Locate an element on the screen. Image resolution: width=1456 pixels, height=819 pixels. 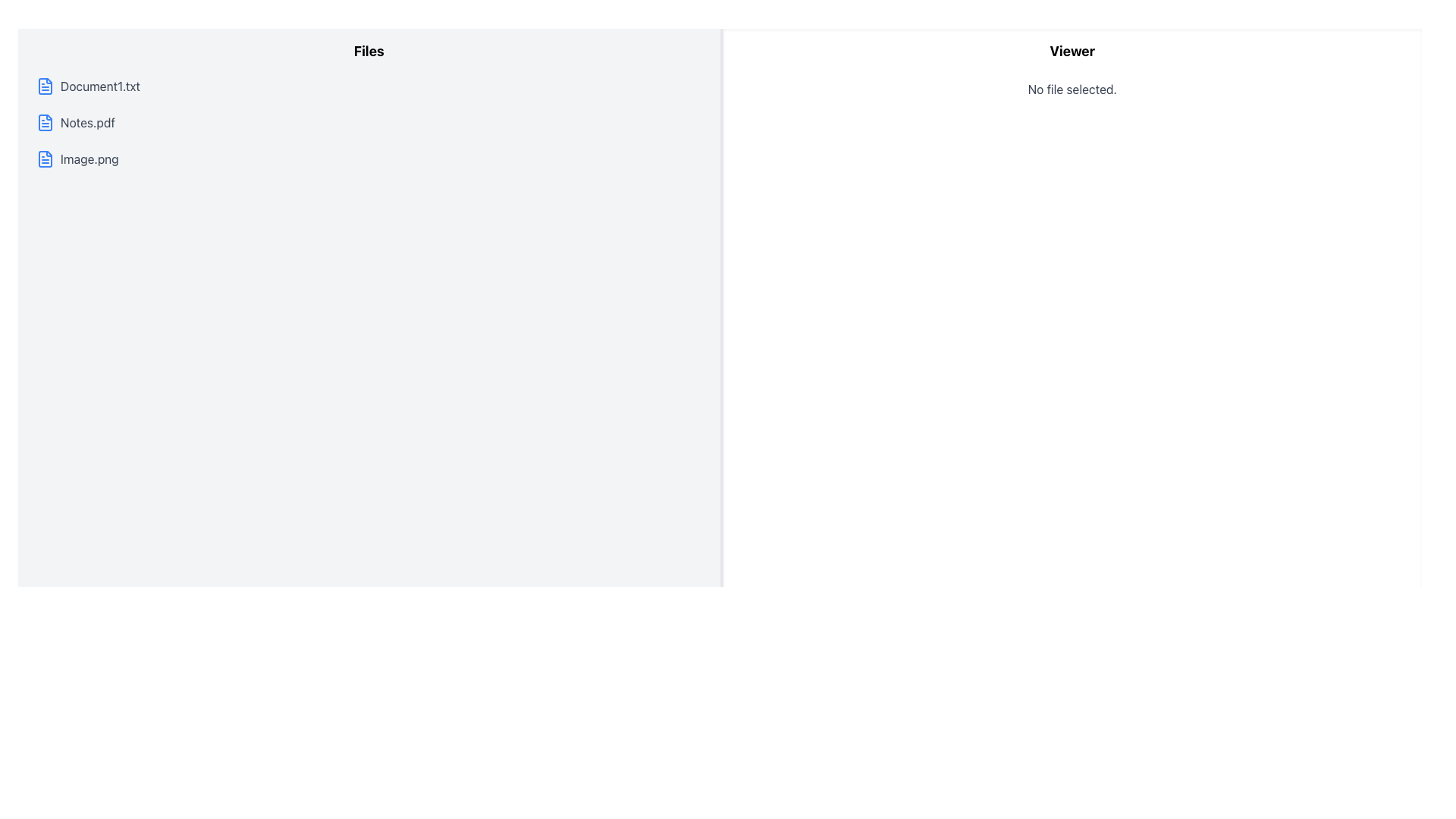
the heading element located at the top of the right-hand white panel, which emphasizes the viewer section's purpose, directly above the text 'No file selected.' is located at coordinates (1072, 51).